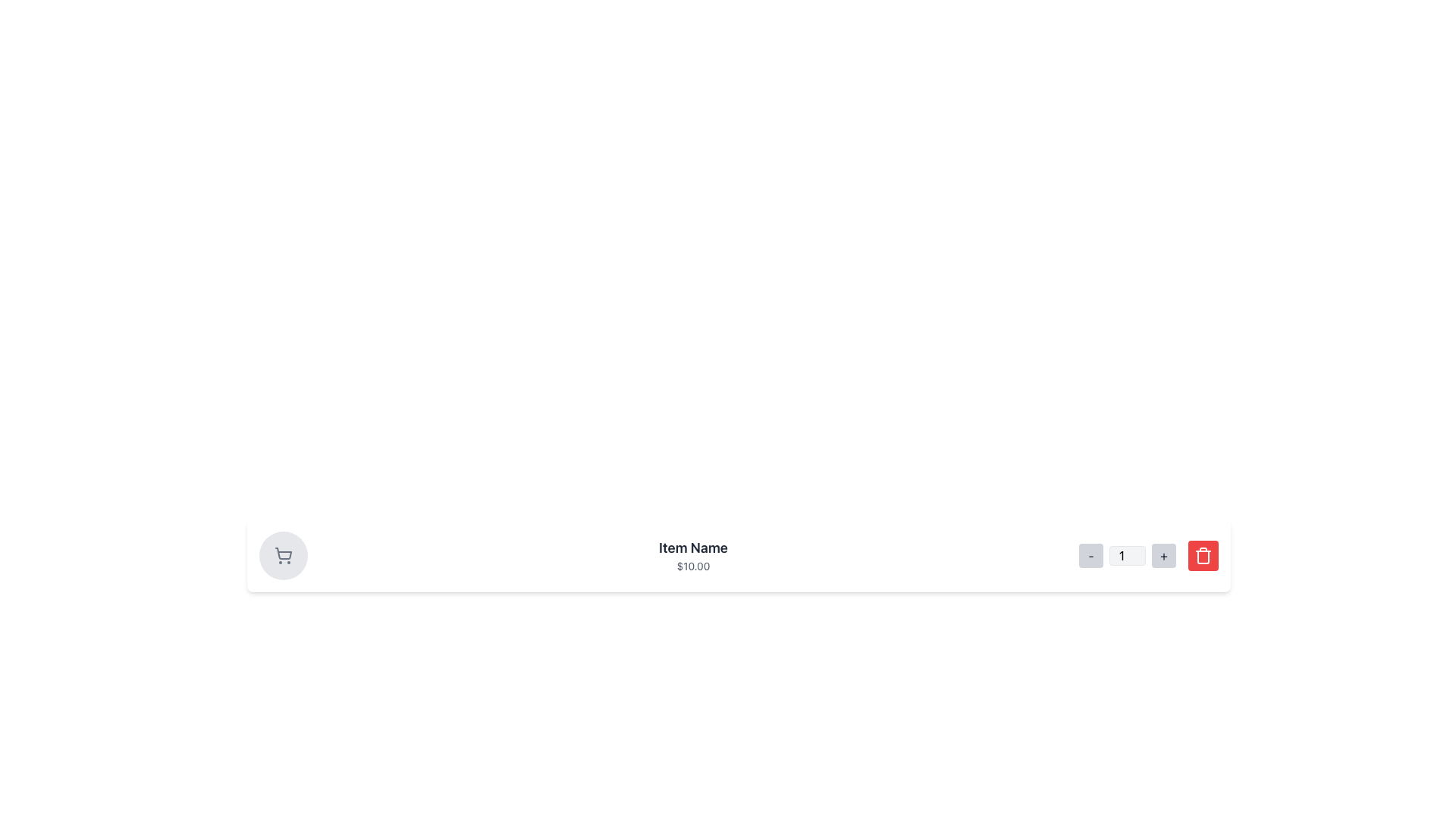 The width and height of the screenshot is (1456, 819). Describe the element at coordinates (692, 555) in the screenshot. I see `the Text display component that shows the name and price of an item in the shopping cart, located between a circular icon and quantity adjustment buttons` at that location.